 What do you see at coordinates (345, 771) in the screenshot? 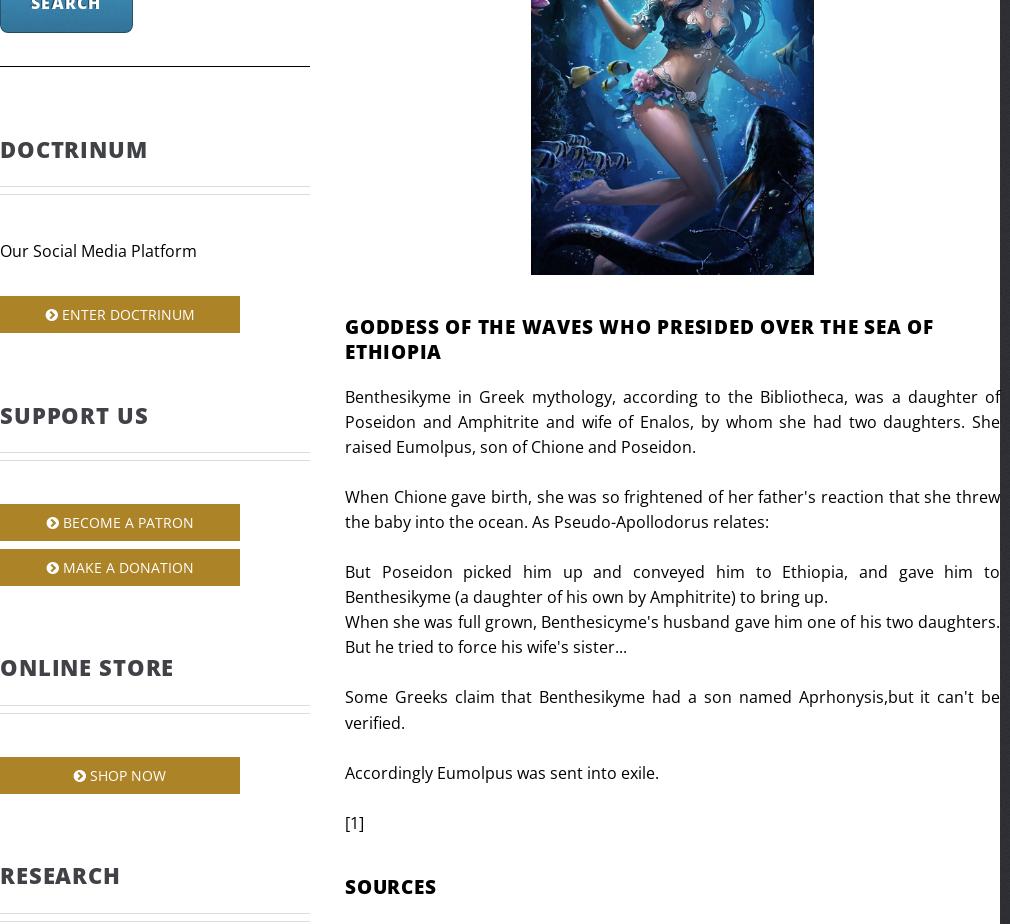
I see `'Accordingly Eumolpus was sent into exile.'` at bounding box center [345, 771].